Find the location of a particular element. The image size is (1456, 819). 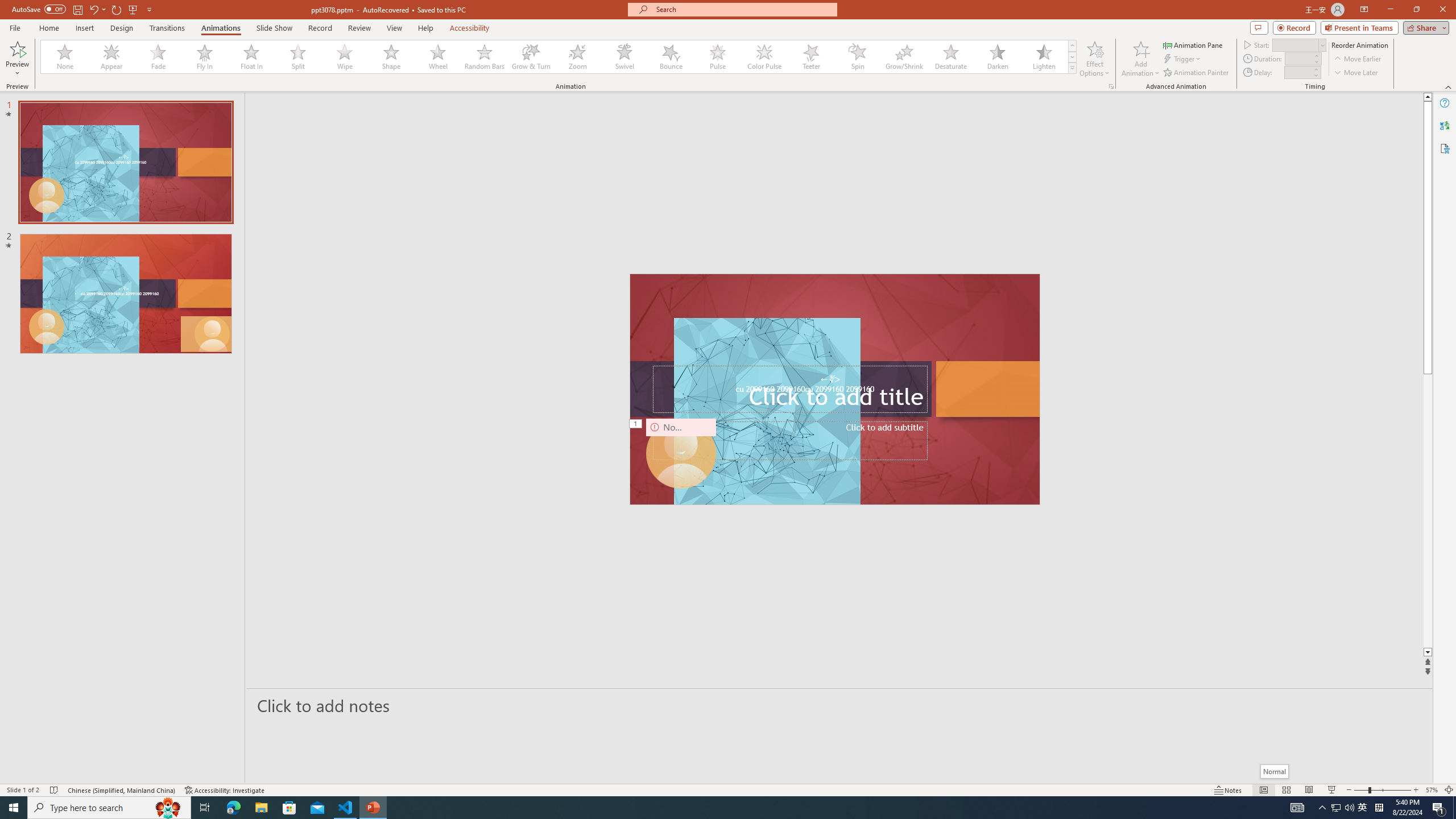

'Bounce' is located at coordinates (671, 56).